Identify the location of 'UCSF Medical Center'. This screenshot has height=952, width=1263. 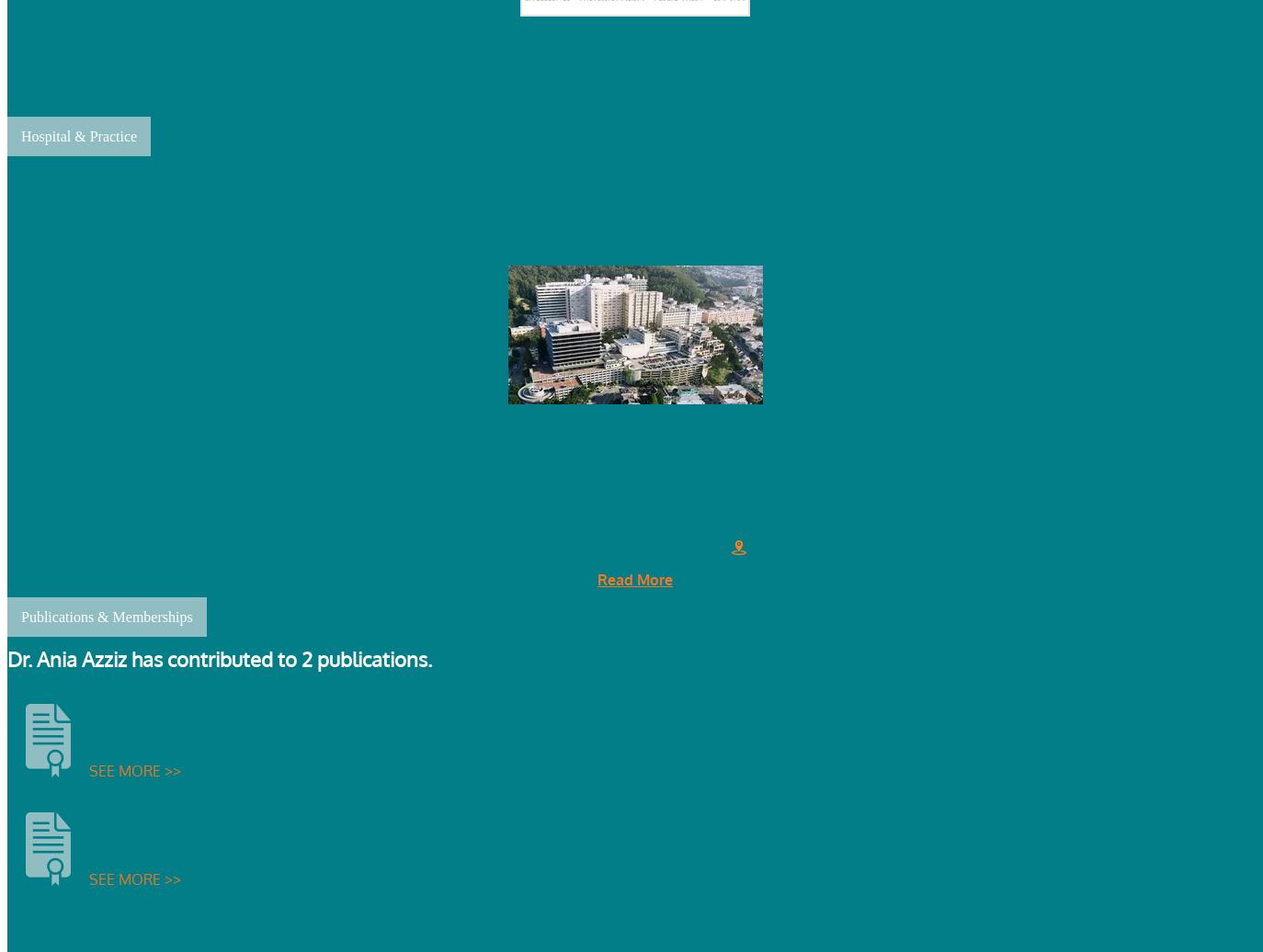
(633, 217).